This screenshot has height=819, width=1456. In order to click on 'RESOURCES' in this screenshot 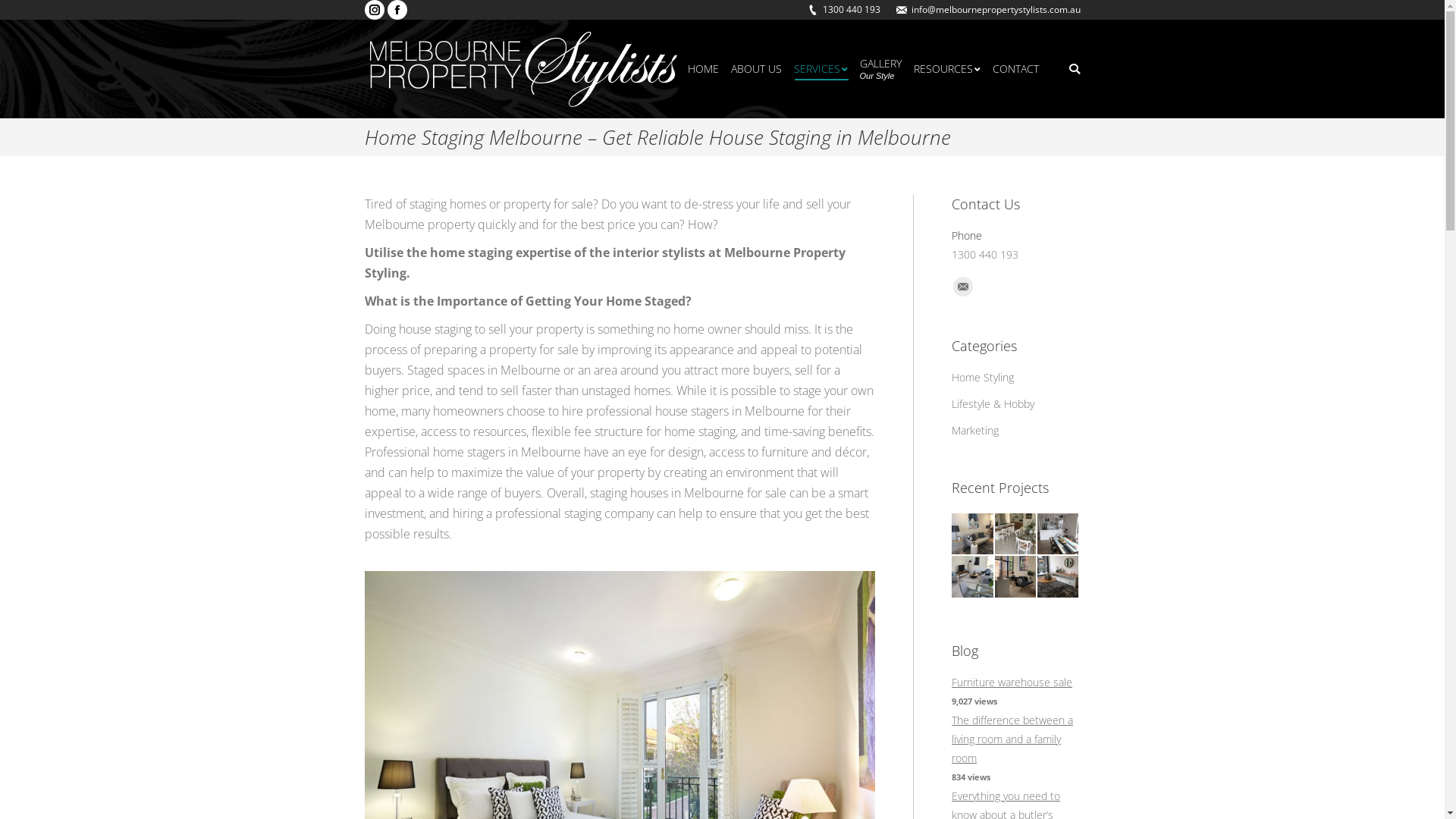, I will do `click(946, 69)`.